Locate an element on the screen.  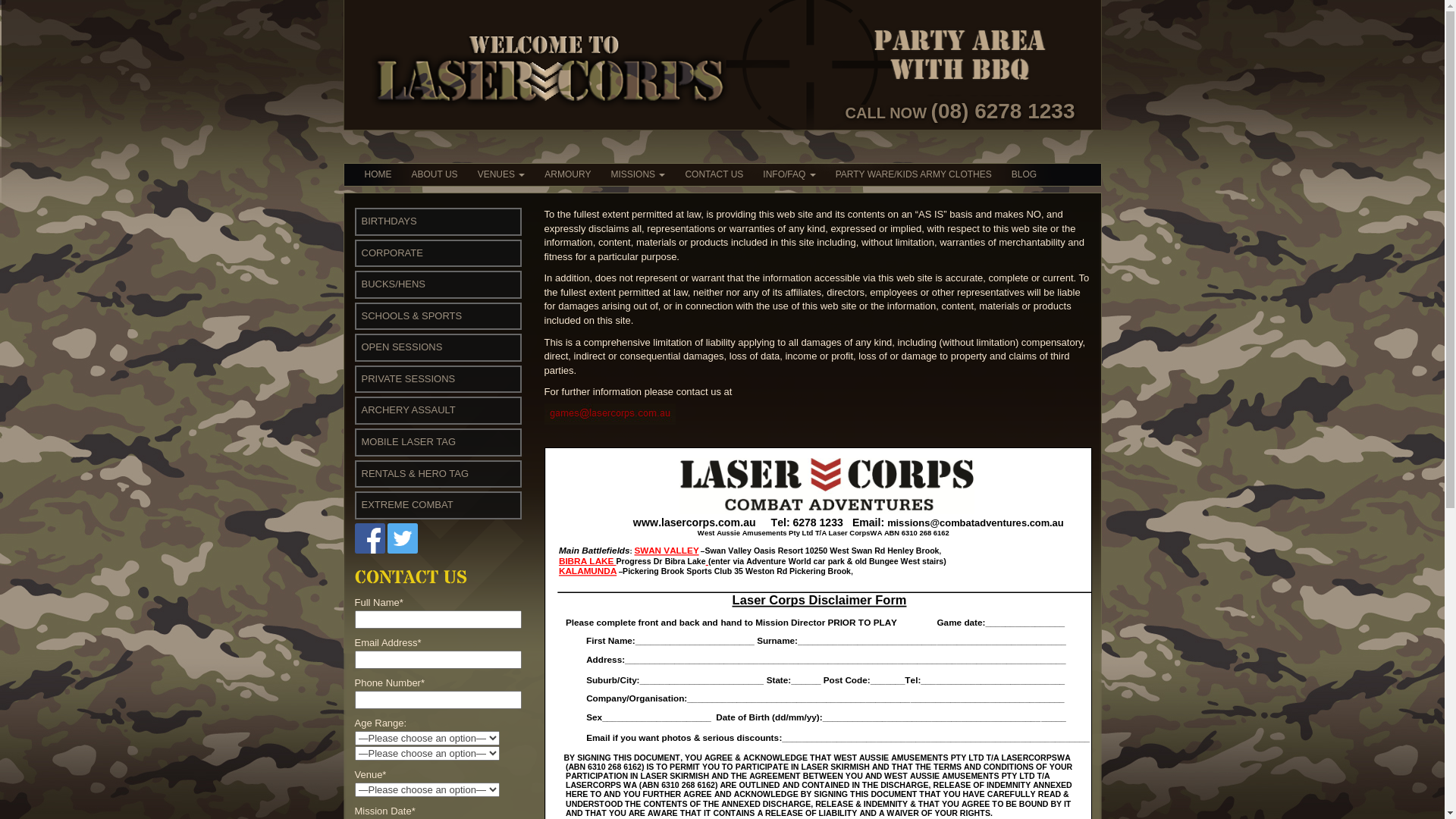
'OPEN SESSIONS' is located at coordinates (401, 347).